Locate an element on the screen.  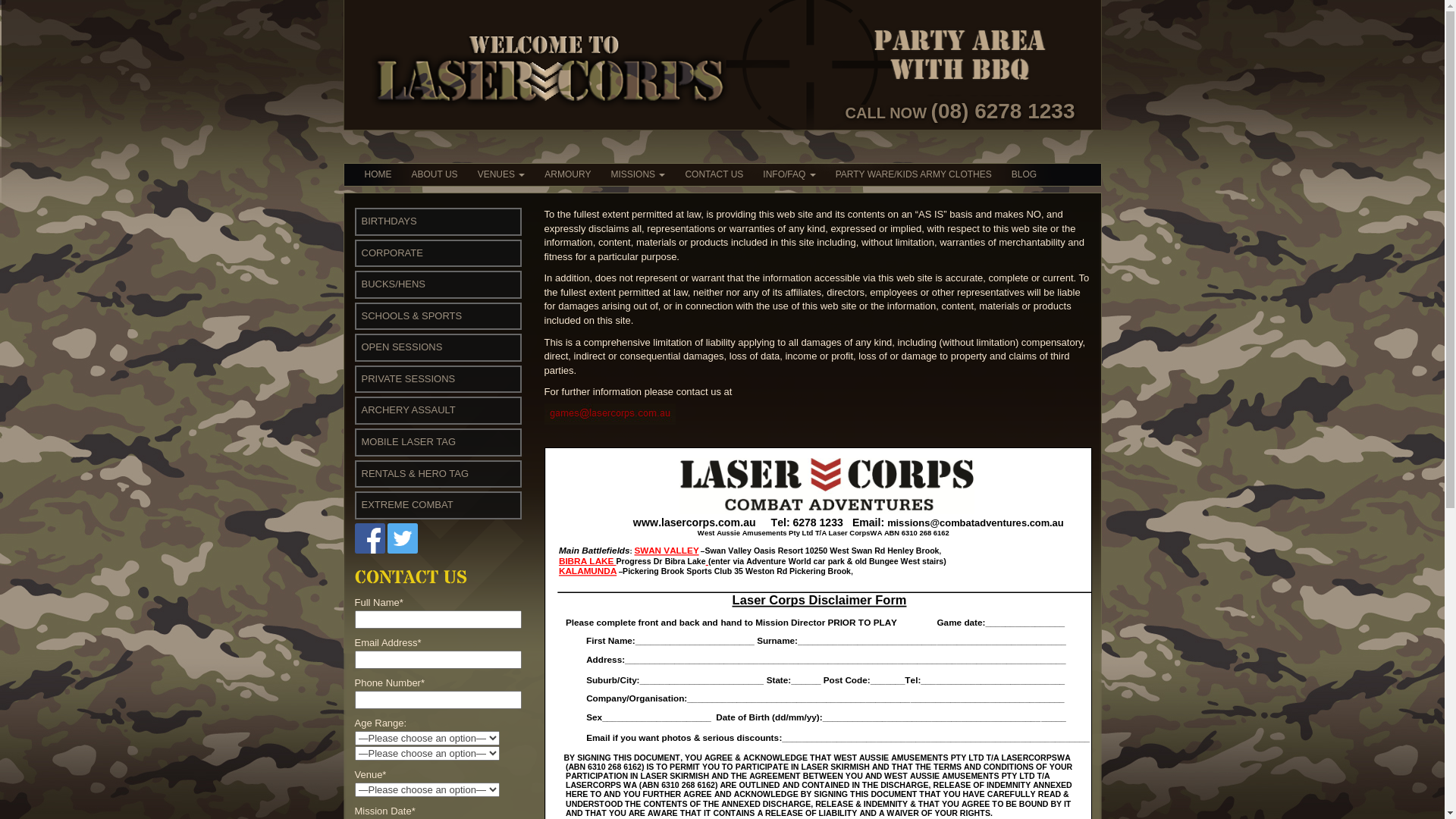
'OPEN SESSIONS' is located at coordinates (401, 347).